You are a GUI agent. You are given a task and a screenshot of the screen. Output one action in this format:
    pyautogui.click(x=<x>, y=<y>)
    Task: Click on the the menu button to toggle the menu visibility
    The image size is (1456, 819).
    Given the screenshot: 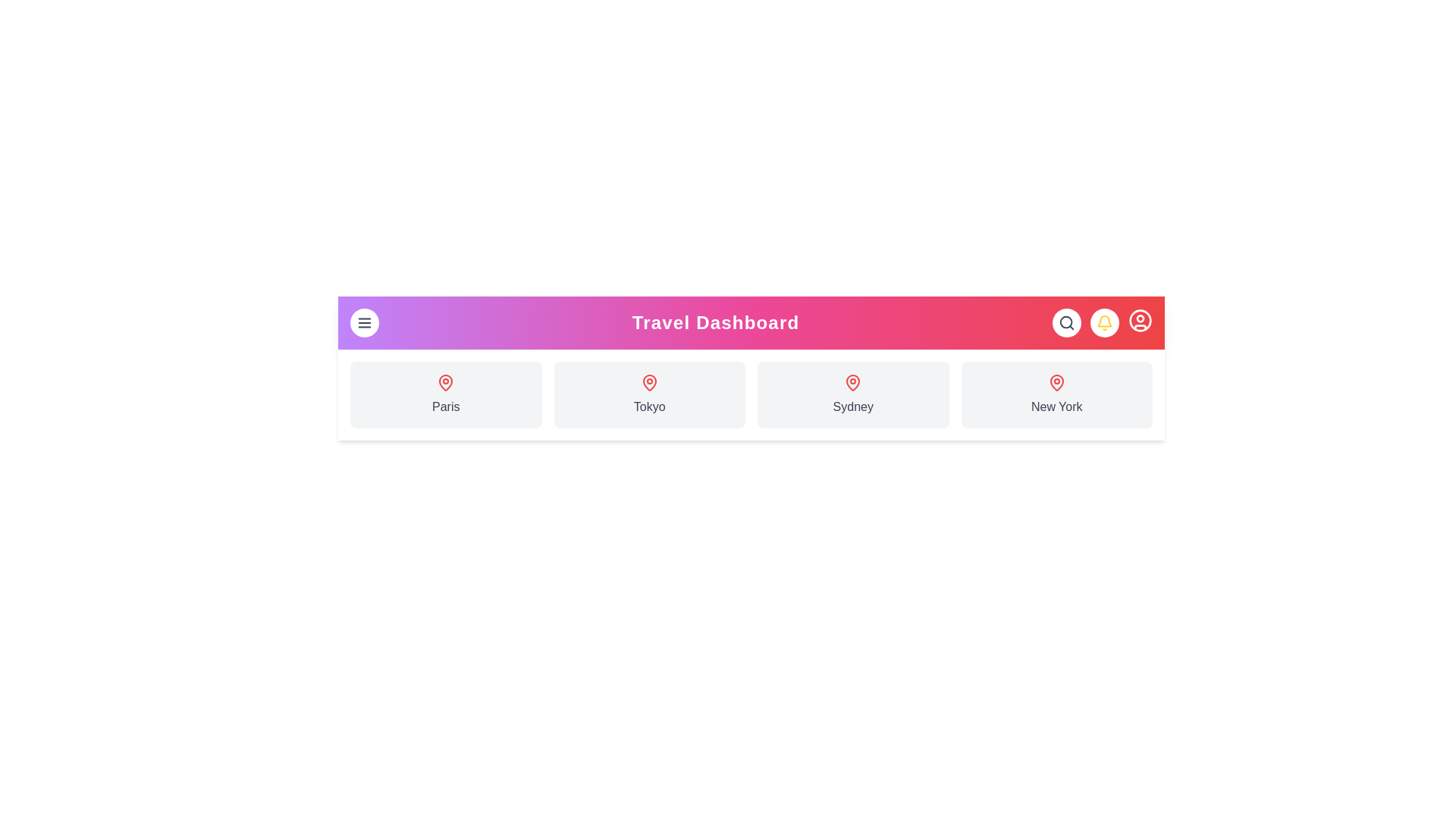 What is the action you would take?
    pyautogui.click(x=364, y=322)
    